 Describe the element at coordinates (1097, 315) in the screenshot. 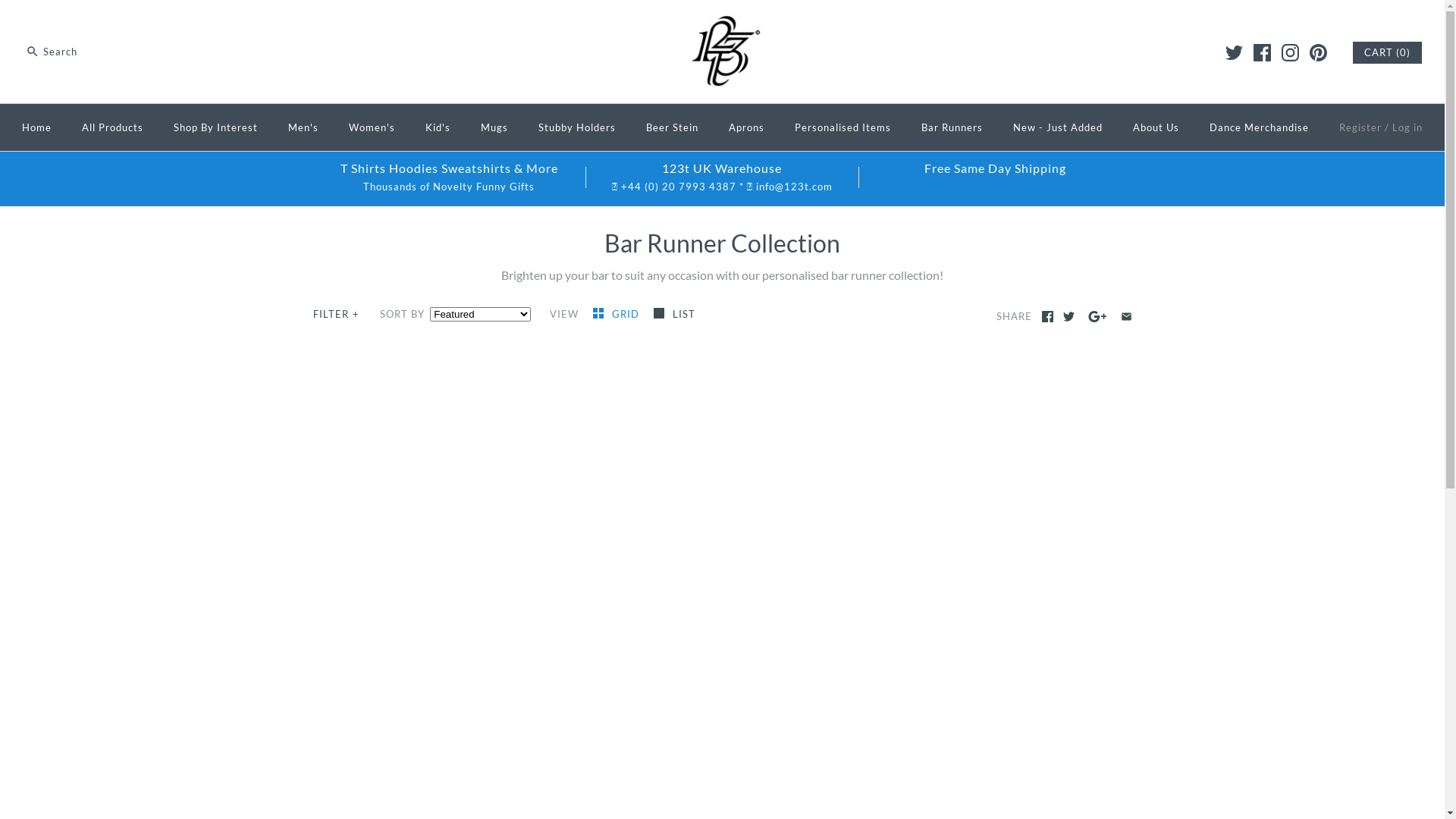

I see `'GooglePlus'` at that location.